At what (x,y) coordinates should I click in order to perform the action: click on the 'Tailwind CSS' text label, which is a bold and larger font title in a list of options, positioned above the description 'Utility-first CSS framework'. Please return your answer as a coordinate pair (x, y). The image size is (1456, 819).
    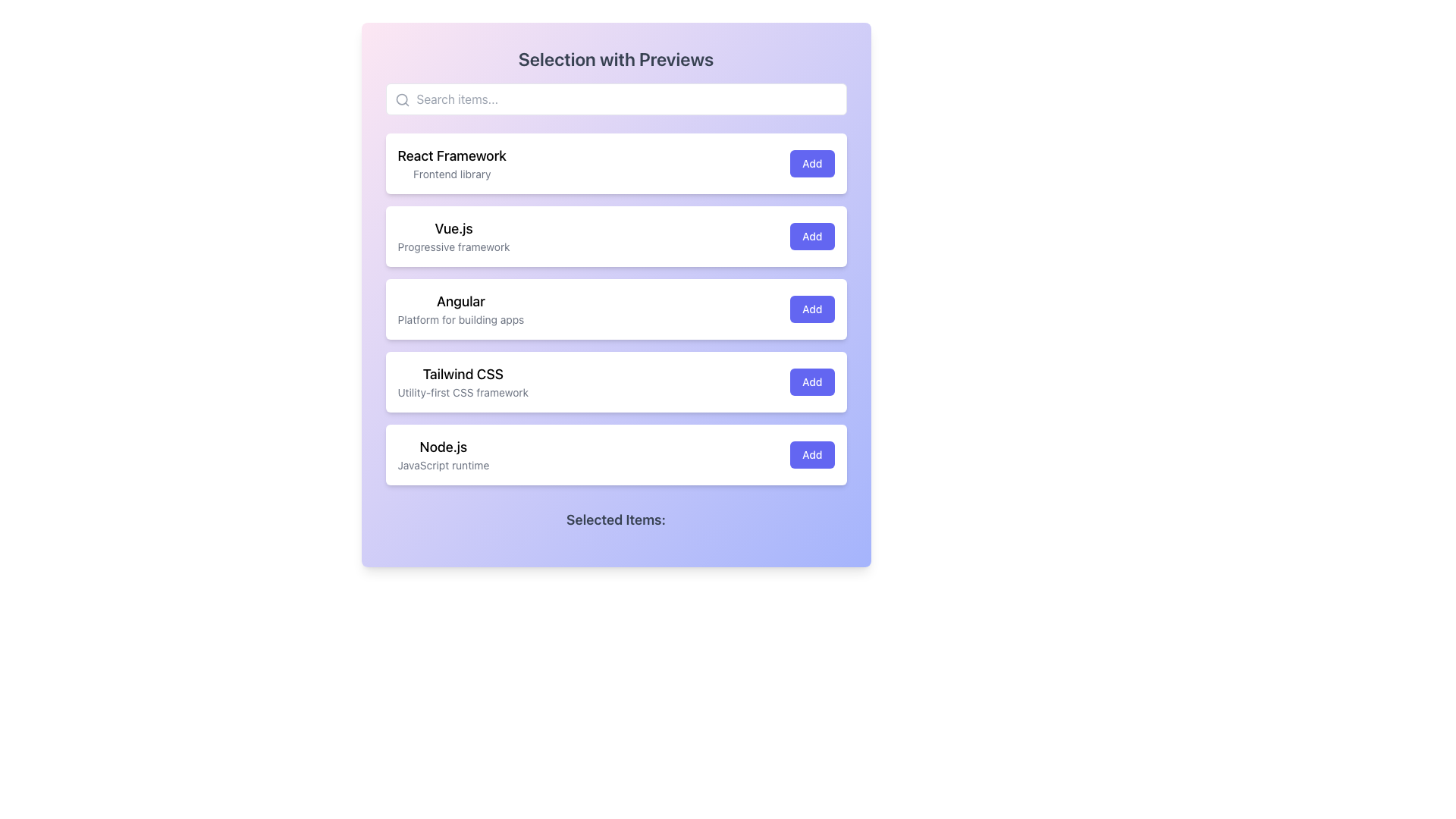
    Looking at the image, I should click on (462, 374).